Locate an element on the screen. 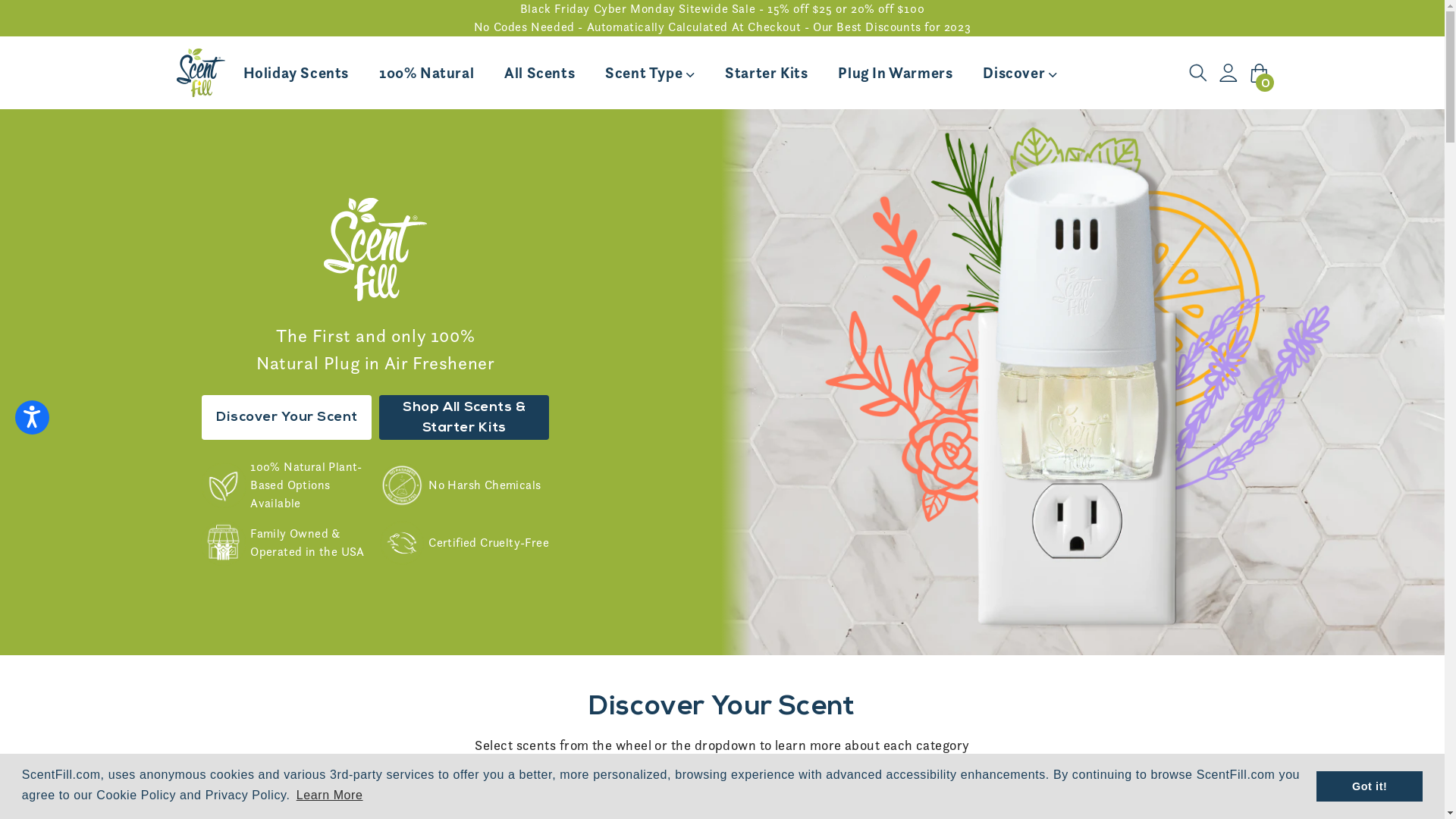 This screenshot has width=1456, height=819. 'All Scents' is located at coordinates (539, 73).